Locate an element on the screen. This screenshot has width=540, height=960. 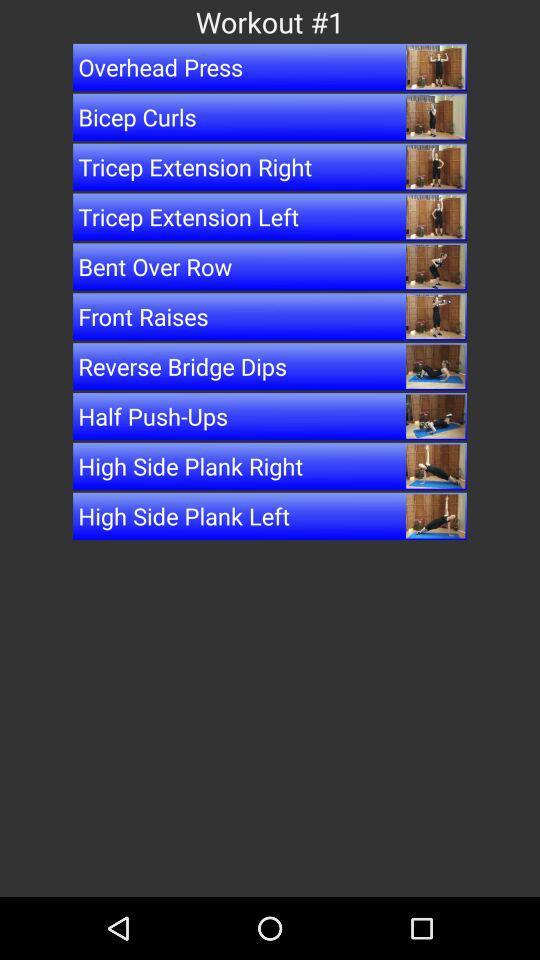
the app below the workout #1 icon is located at coordinates (270, 67).